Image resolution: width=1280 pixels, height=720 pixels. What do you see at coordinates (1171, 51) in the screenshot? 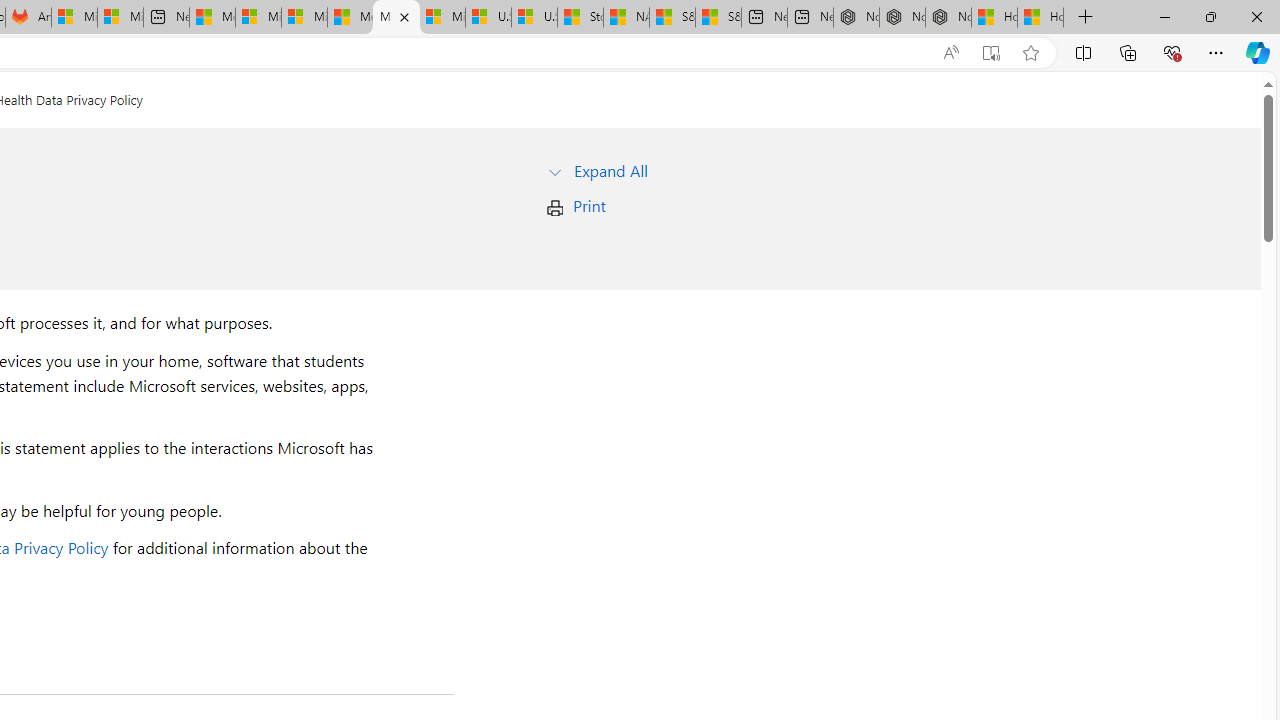
I see `'Browser essentials'` at bounding box center [1171, 51].